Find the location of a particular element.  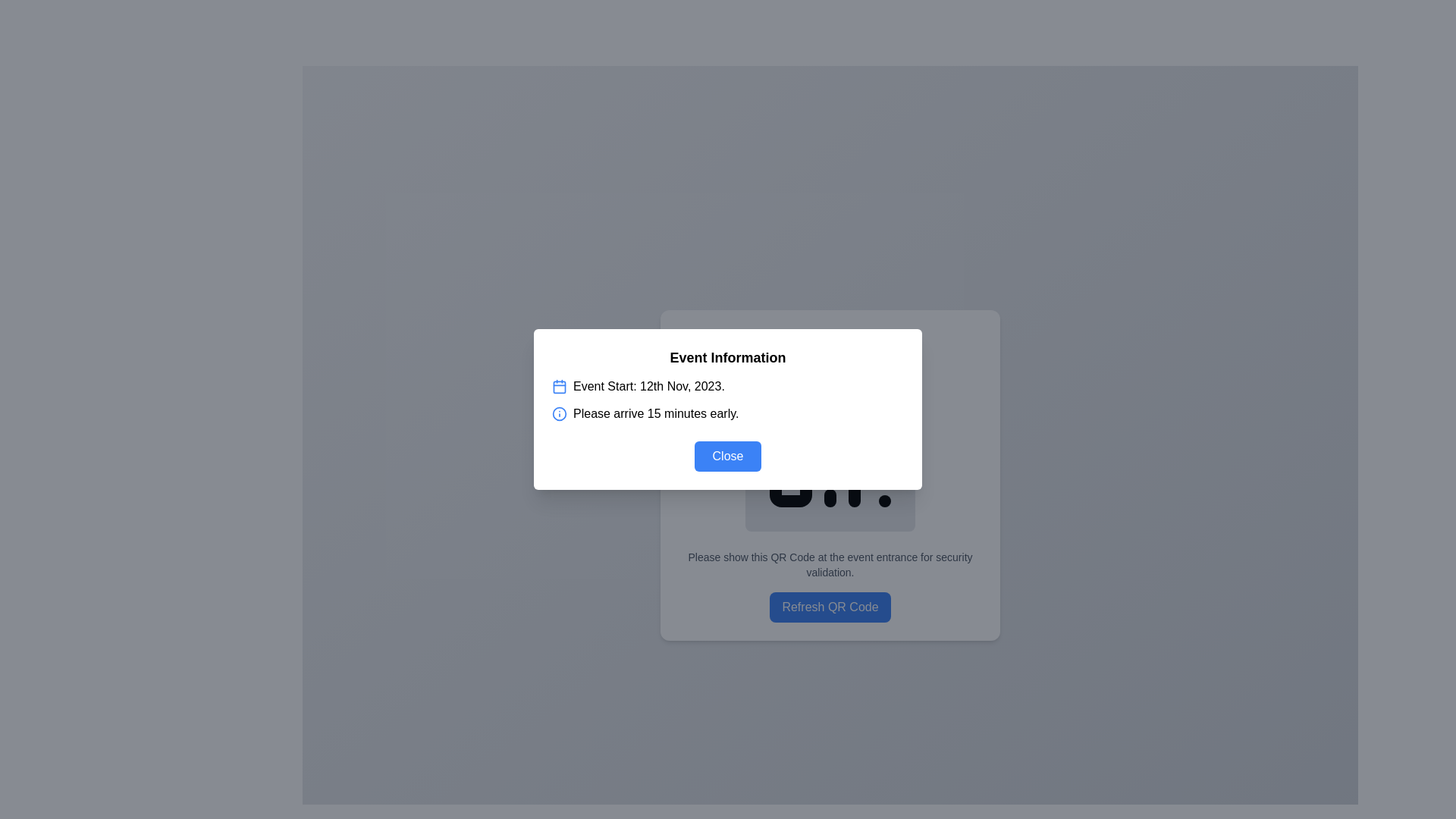

the blue-colored calendar icon located to the left of the text 'Event Start: 12th Nov, 2023.' is located at coordinates (559, 385).